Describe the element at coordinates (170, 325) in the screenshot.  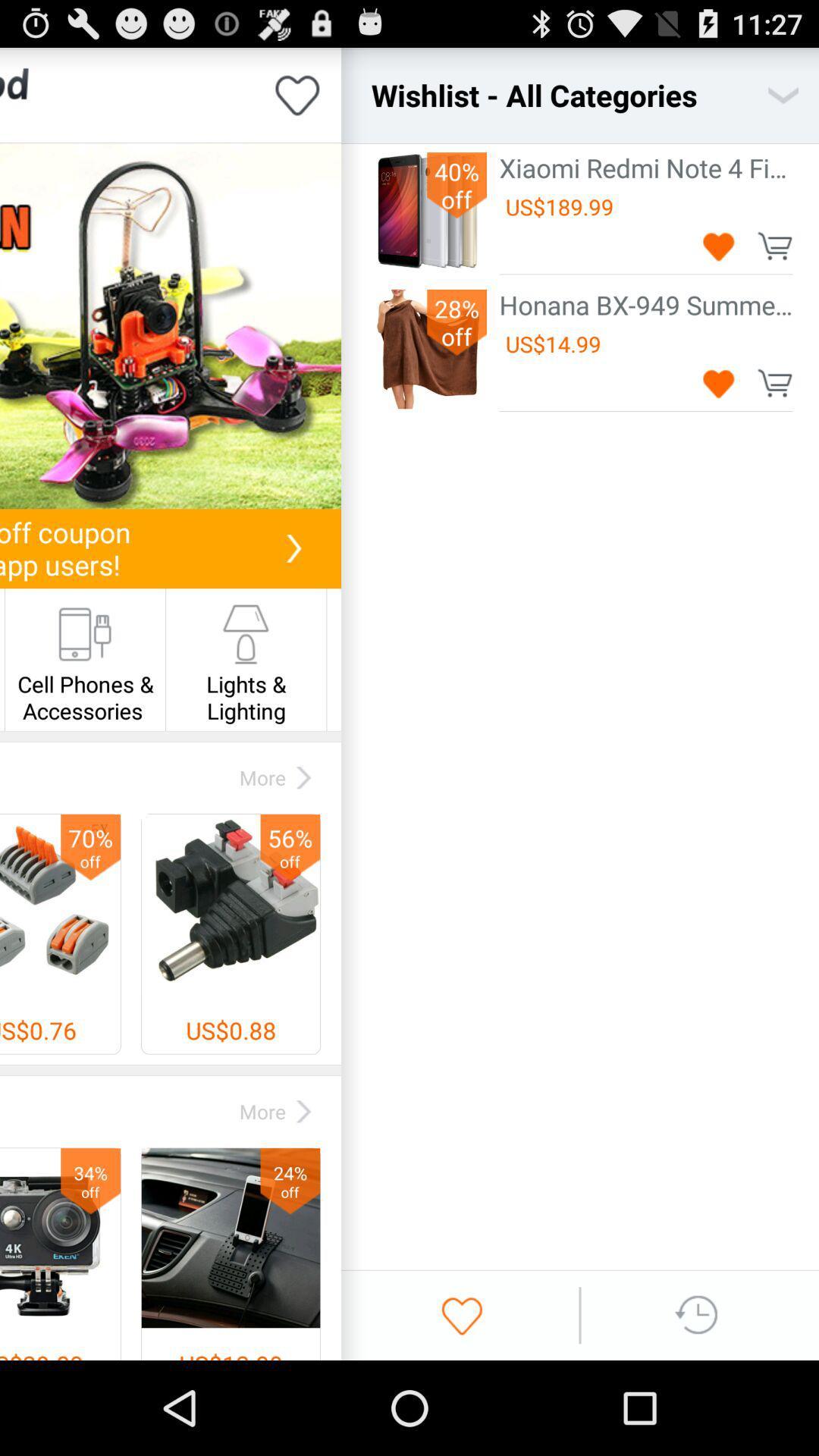
I see `open product page` at that location.